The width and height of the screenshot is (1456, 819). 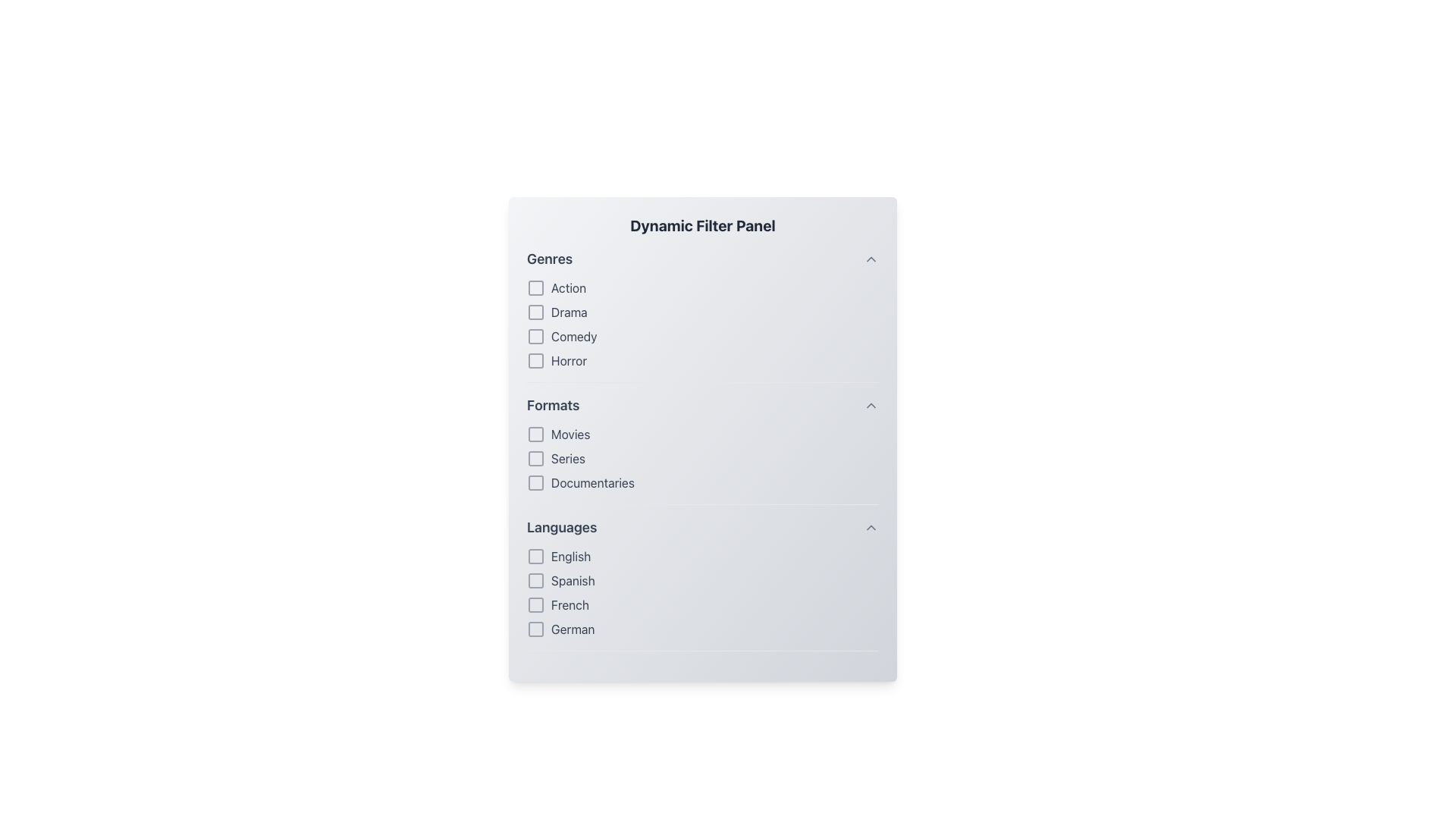 What do you see at coordinates (535, 604) in the screenshot?
I see `the checkbox next to the 'French' label` at bounding box center [535, 604].